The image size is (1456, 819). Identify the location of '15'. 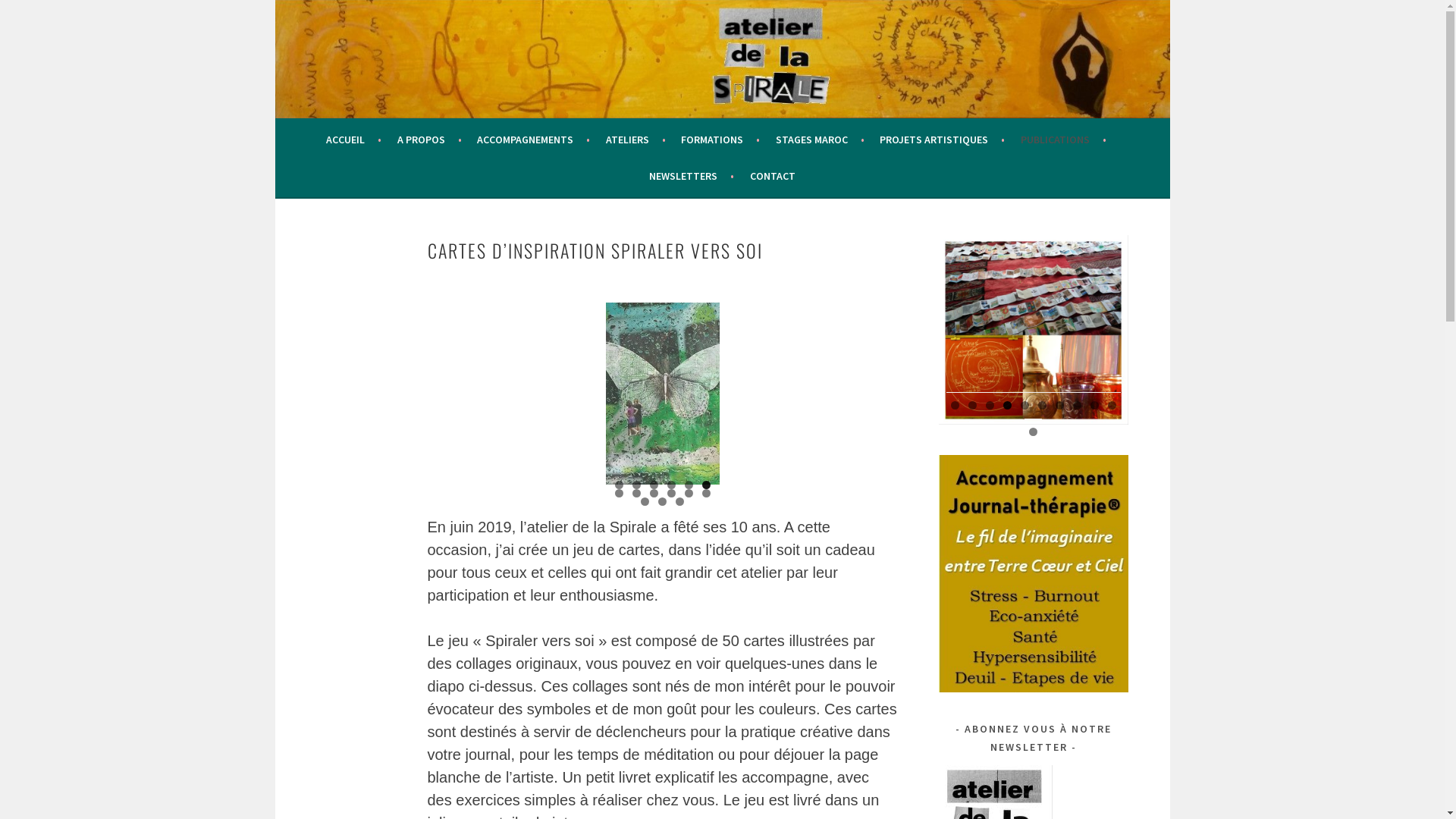
(679, 501).